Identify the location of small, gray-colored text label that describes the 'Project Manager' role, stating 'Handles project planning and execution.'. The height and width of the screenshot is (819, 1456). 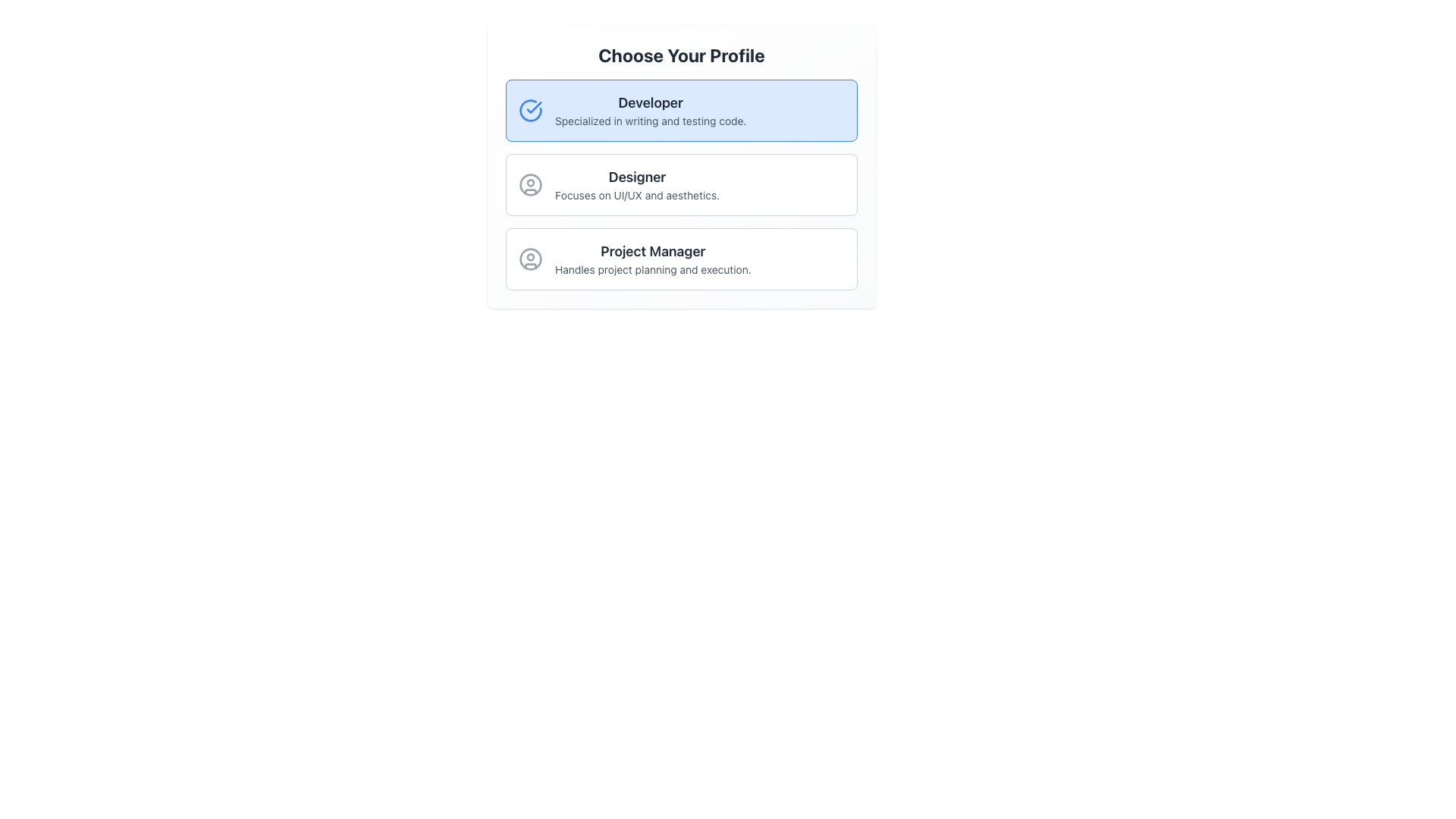
(653, 268).